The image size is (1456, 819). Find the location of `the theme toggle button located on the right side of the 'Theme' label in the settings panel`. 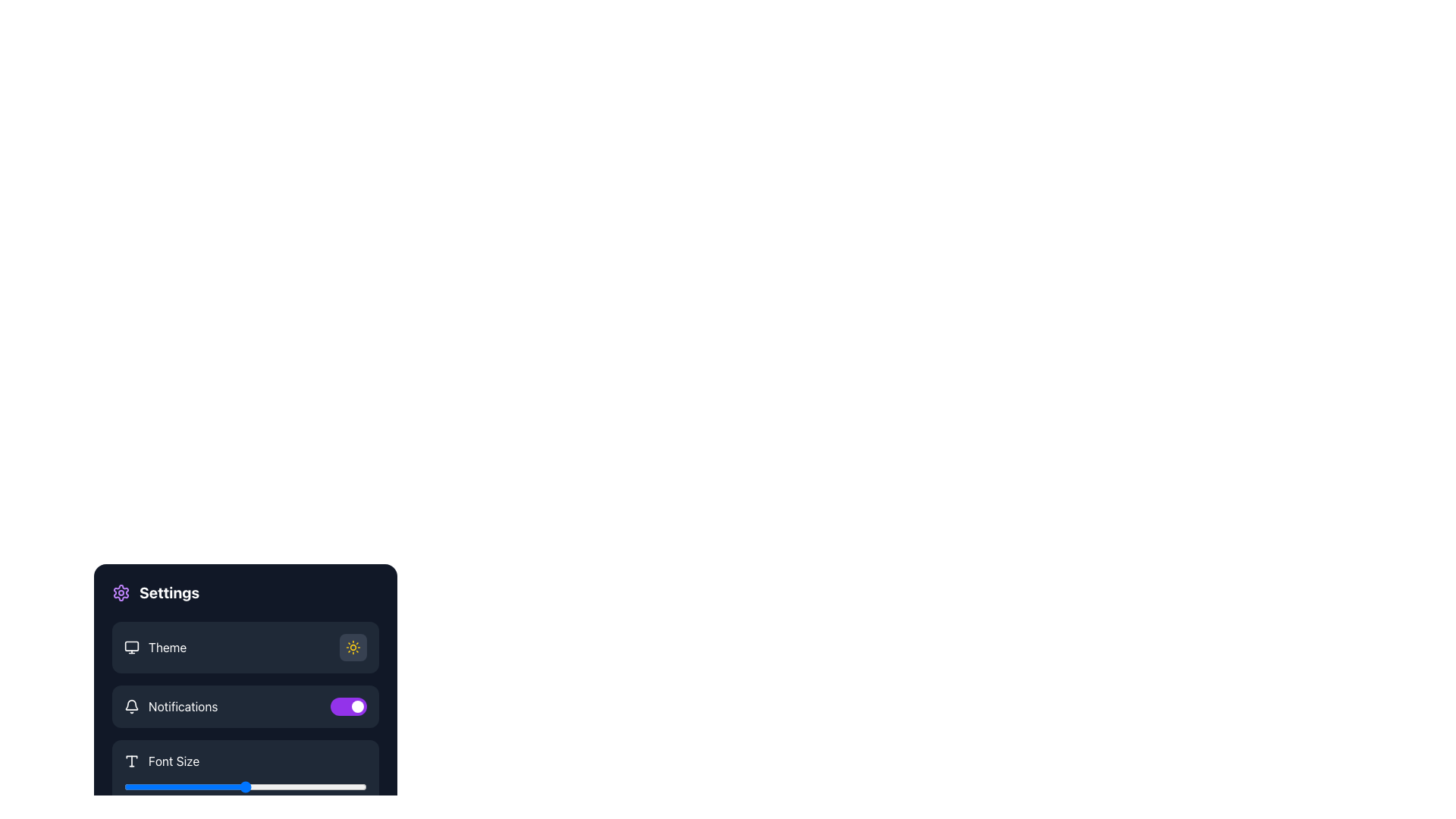

the theme toggle button located on the right side of the 'Theme' label in the settings panel is located at coordinates (352, 647).